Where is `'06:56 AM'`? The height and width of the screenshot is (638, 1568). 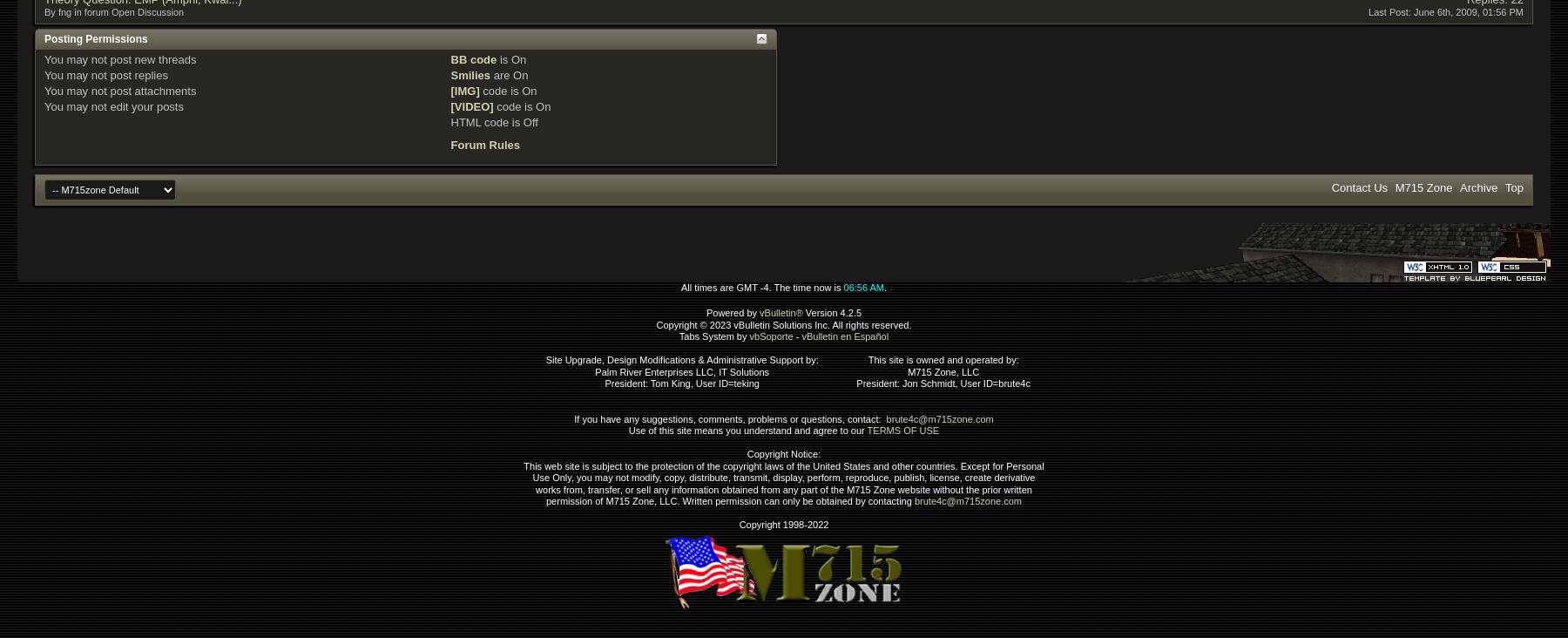 '06:56 AM' is located at coordinates (842, 287).